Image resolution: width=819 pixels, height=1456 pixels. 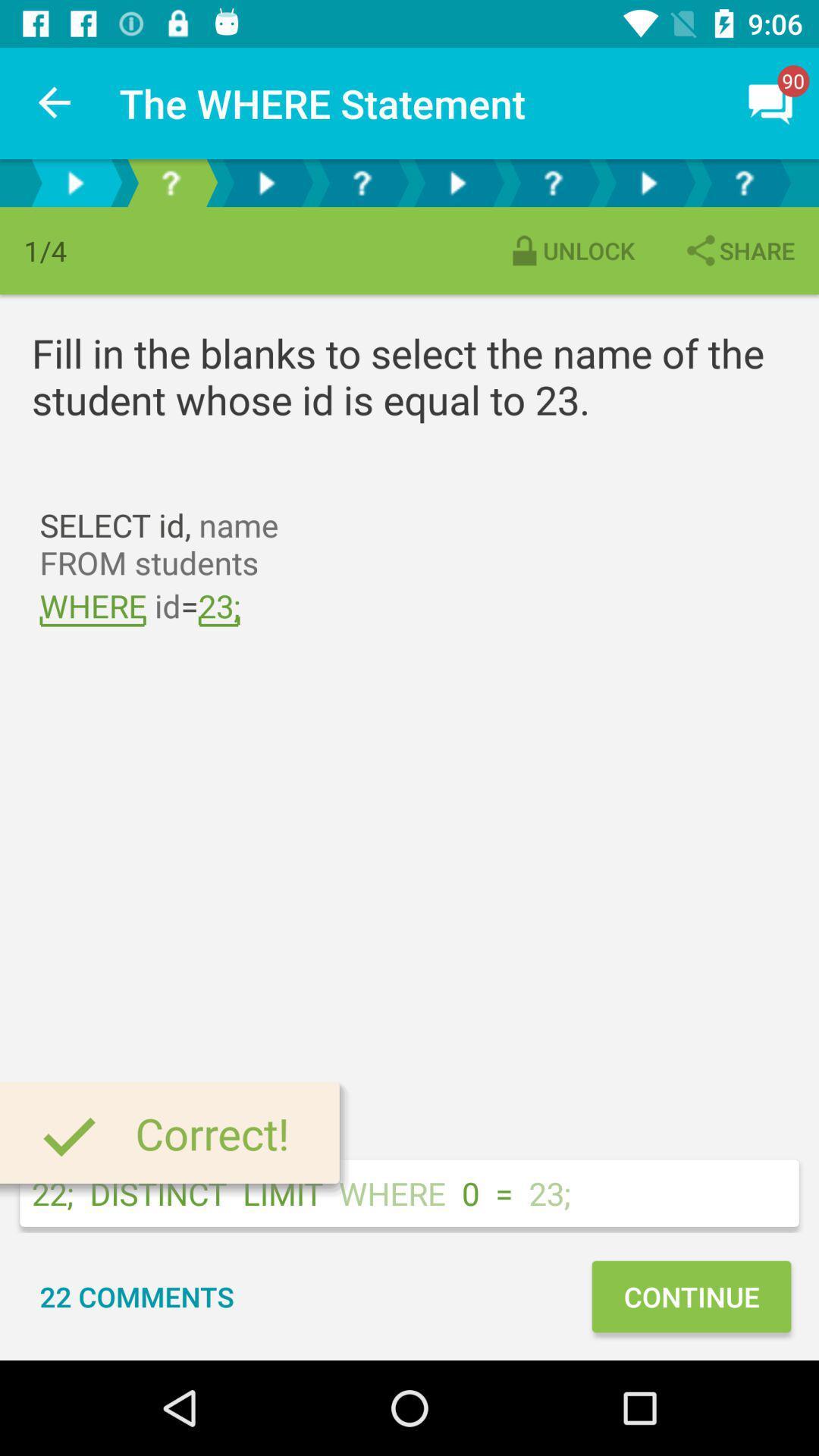 What do you see at coordinates (75, 182) in the screenshot?
I see `go back` at bounding box center [75, 182].